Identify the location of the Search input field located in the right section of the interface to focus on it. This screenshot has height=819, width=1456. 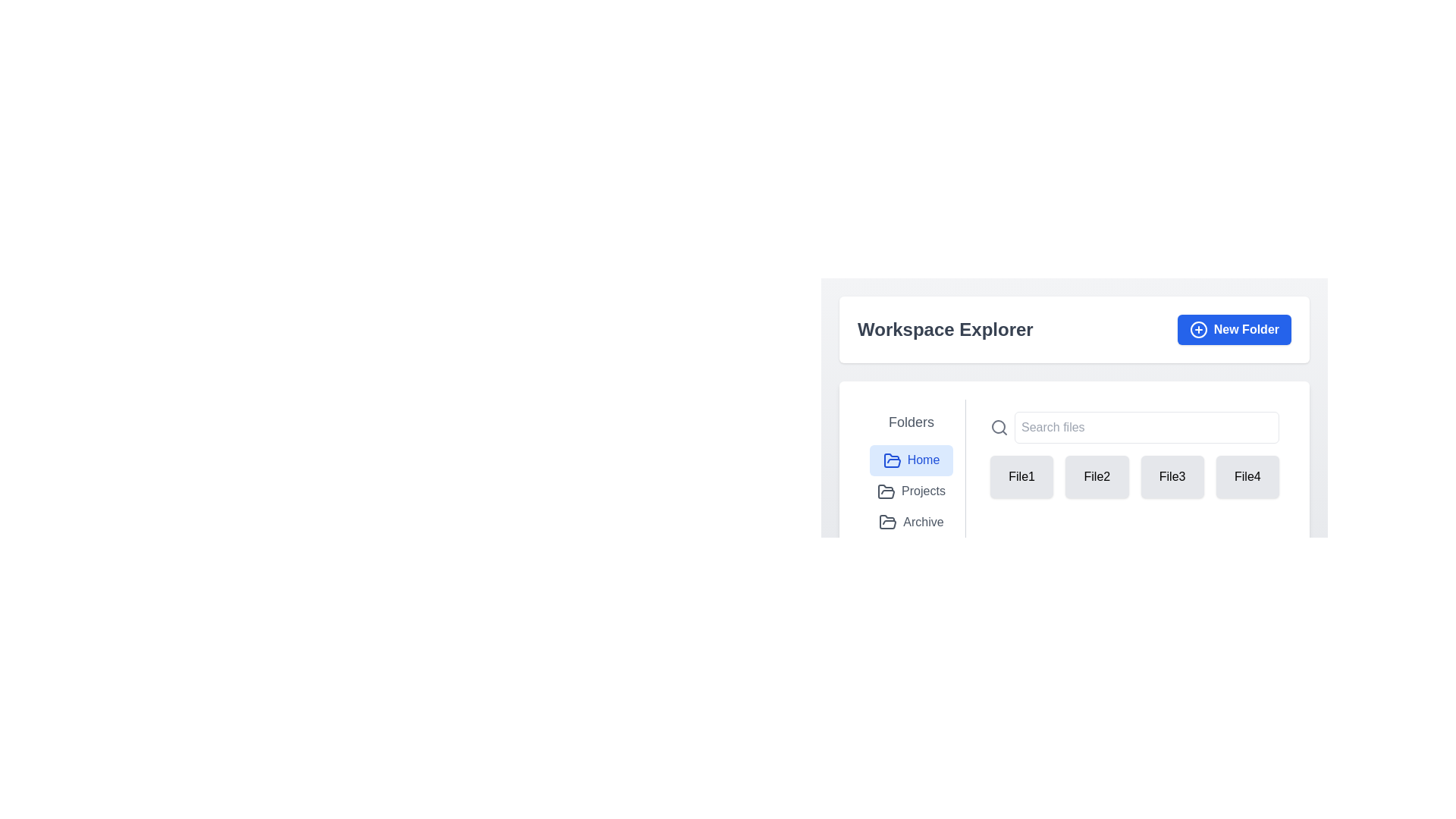
(1147, 427).